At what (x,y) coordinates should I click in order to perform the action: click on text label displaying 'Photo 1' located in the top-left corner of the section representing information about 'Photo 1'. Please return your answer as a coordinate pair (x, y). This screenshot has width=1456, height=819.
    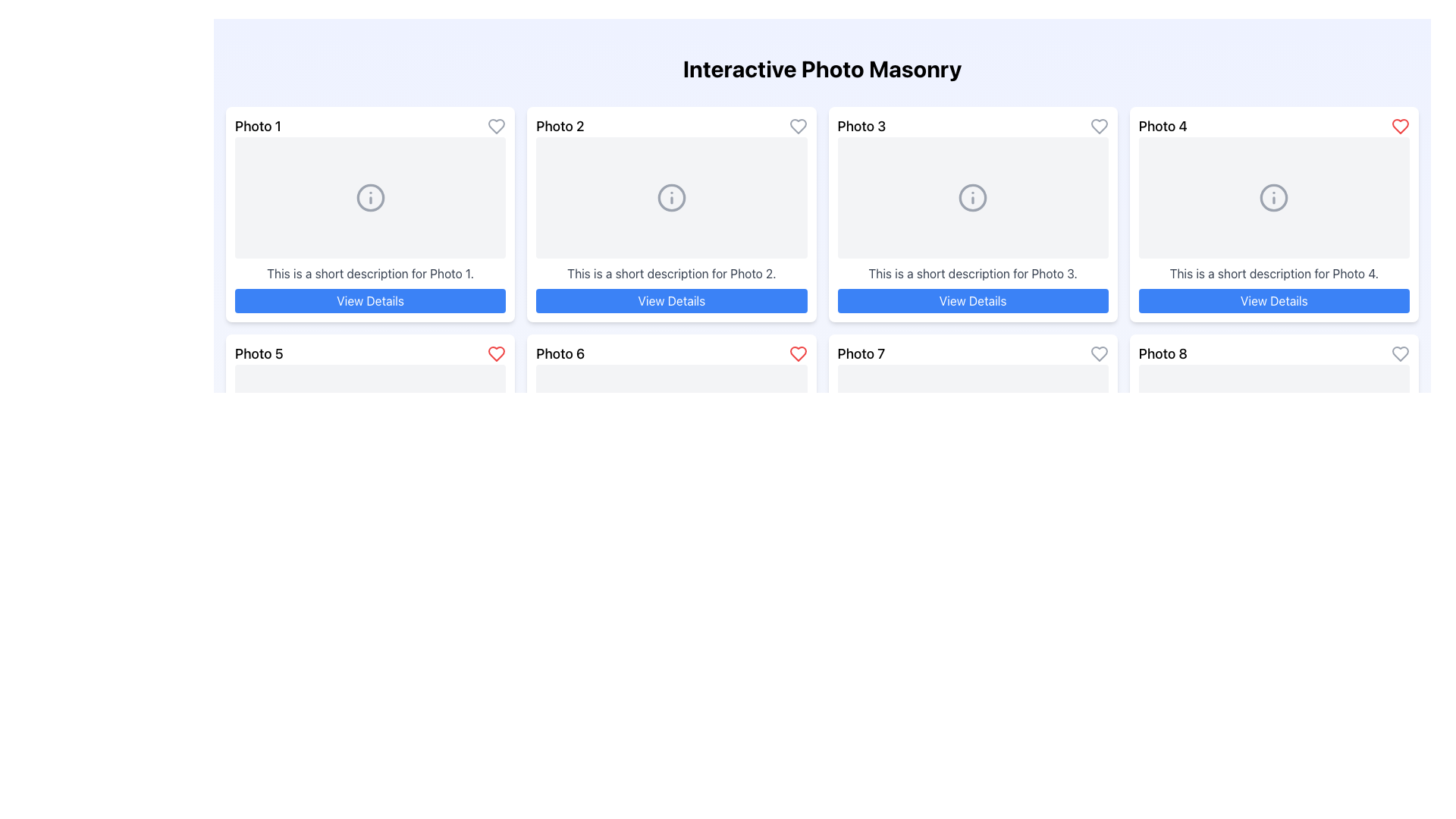
    Looking at the image, I should click on (258, 125).